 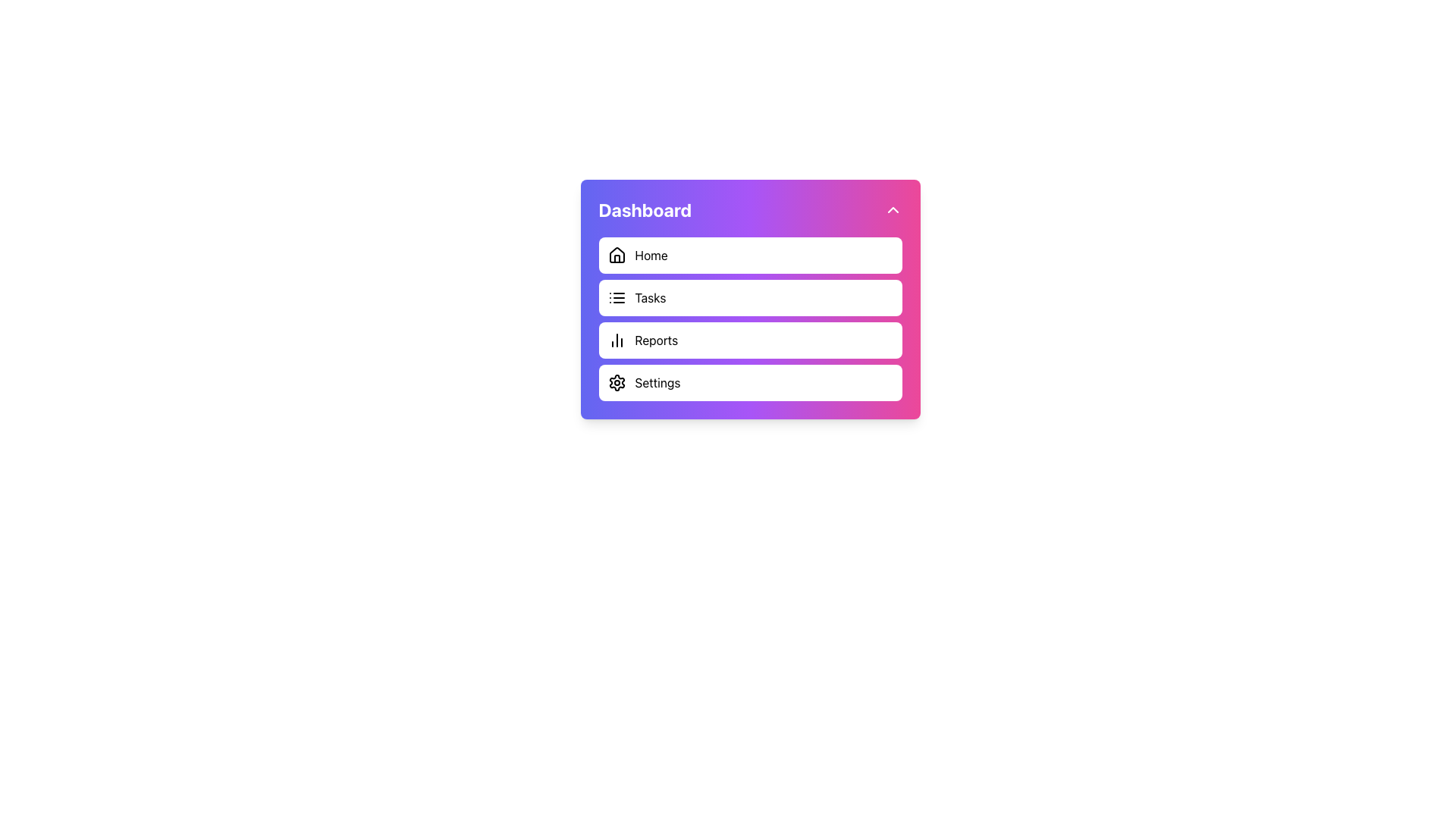 What do you see at coordinates (750, 318) in the screenshot?
I see `the 'Reports' button in the vertical menu` at bounding box center [750, 318].